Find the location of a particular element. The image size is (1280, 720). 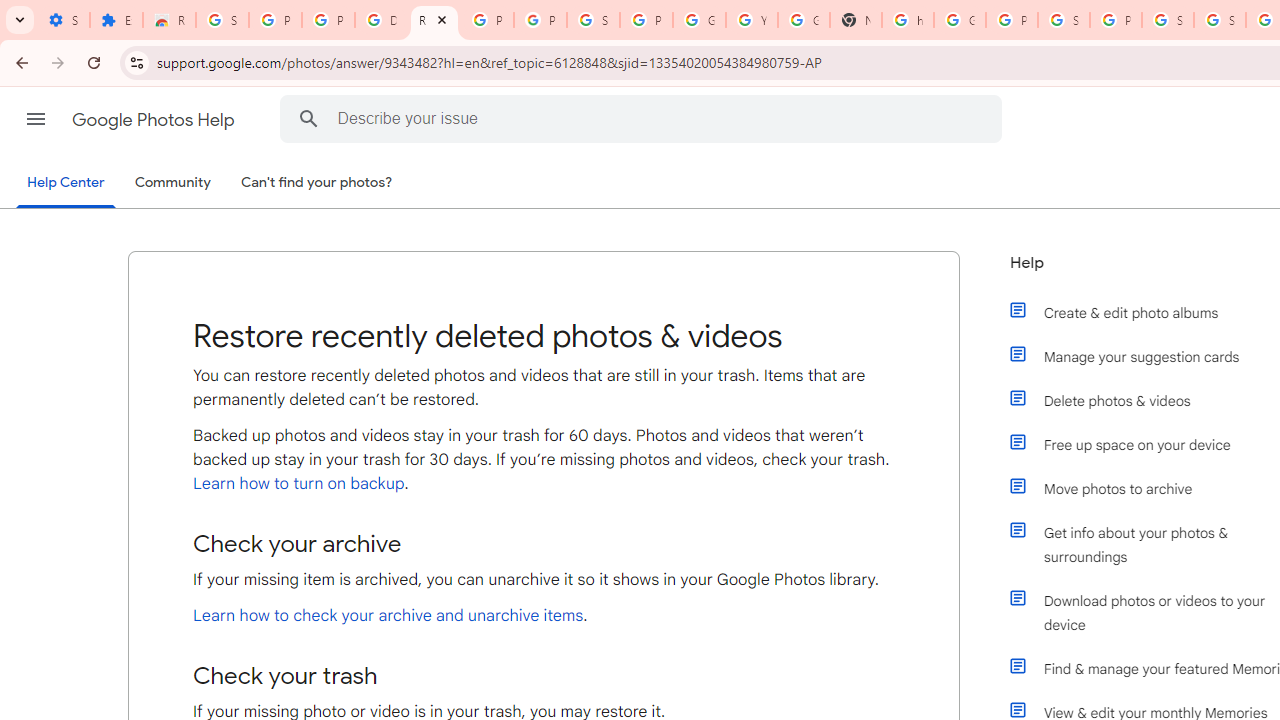

'View site information' is located at coordinates (135, 61).